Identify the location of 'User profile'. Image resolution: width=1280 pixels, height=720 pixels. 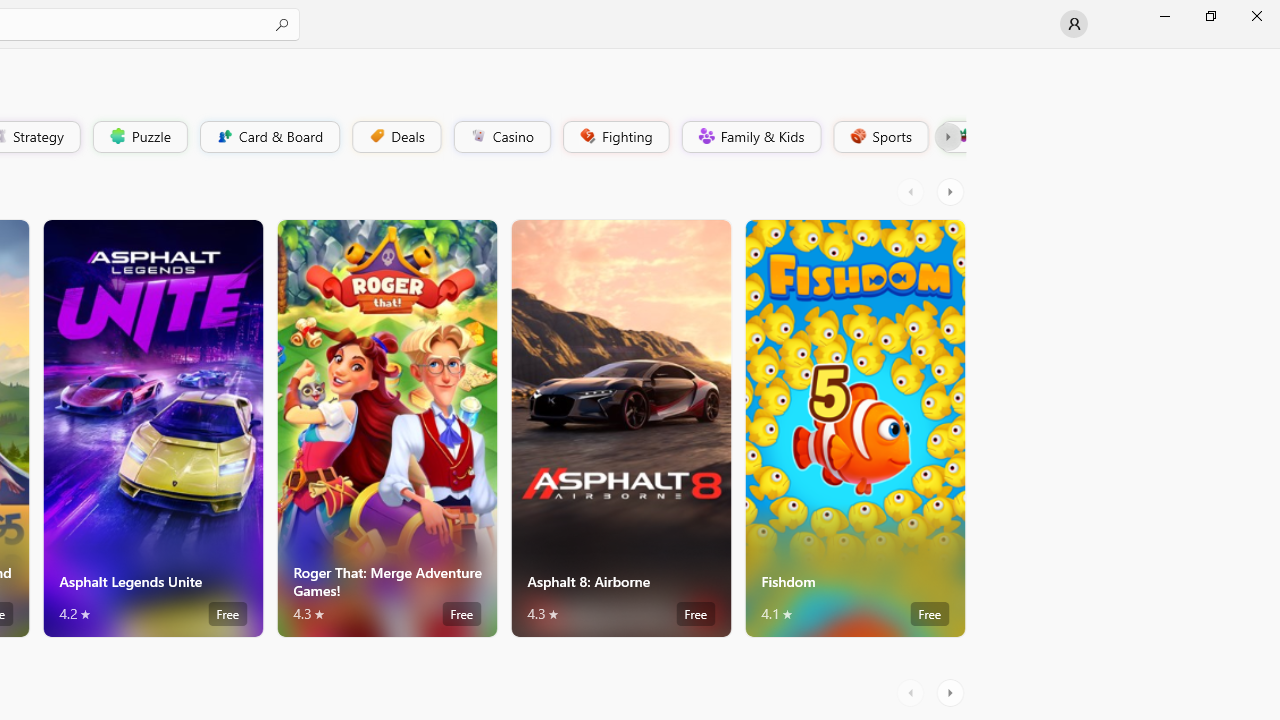
(1072, 24).